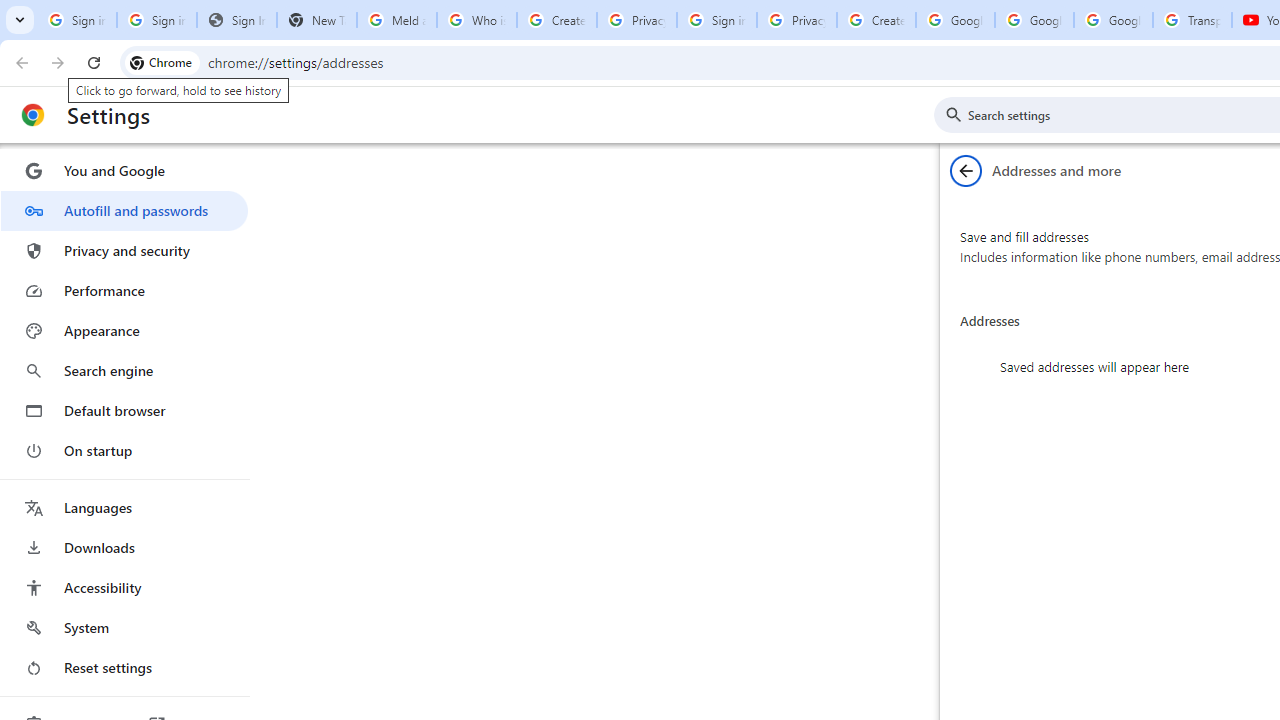 The height and width of the screenshot is (720, 1280). Describe the element at coordinates (123, 330) in the screenshot. I see `'Appearance'` at that location.